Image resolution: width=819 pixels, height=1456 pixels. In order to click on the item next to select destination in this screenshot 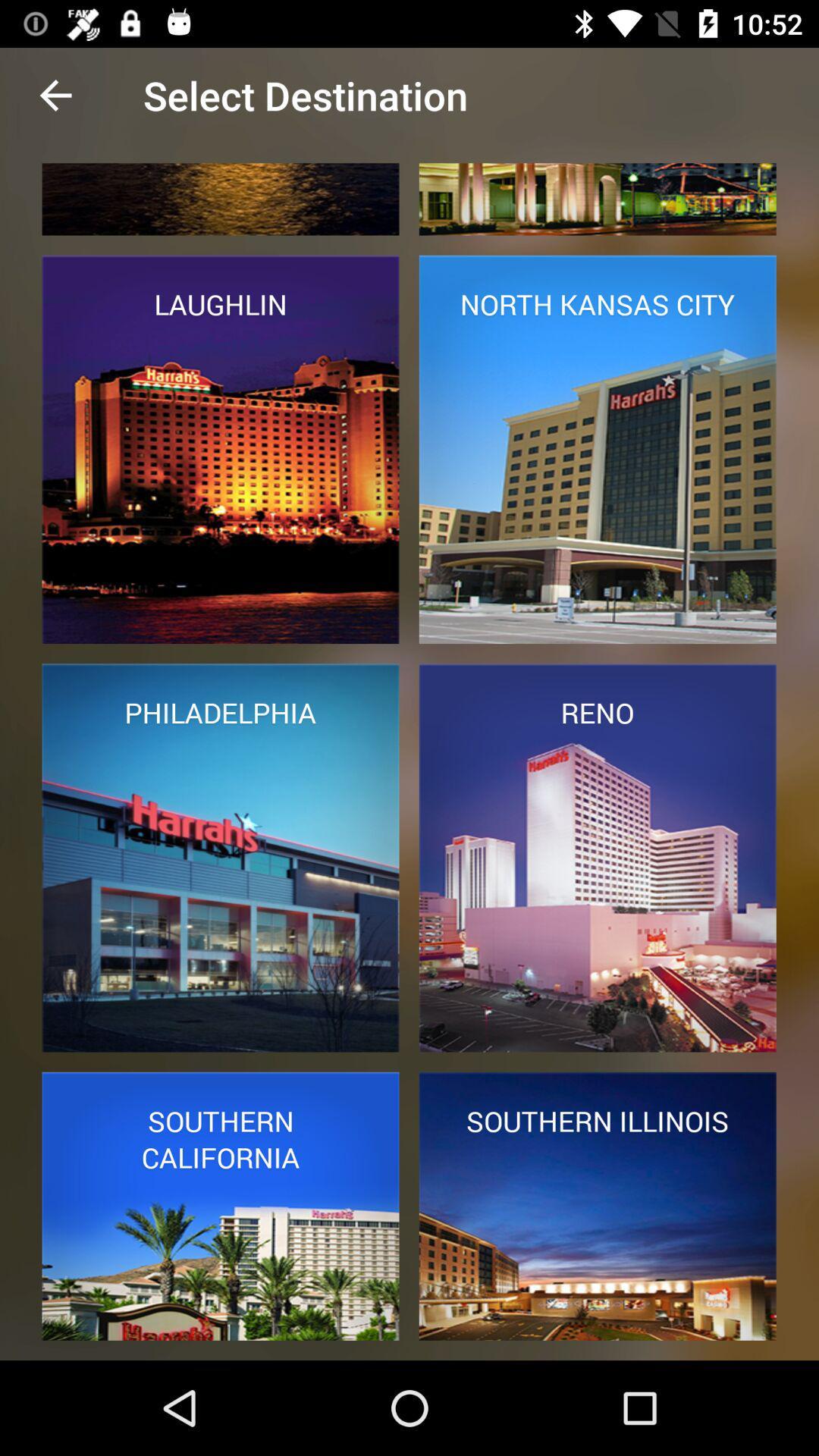, I will do `click(55, 94)`.